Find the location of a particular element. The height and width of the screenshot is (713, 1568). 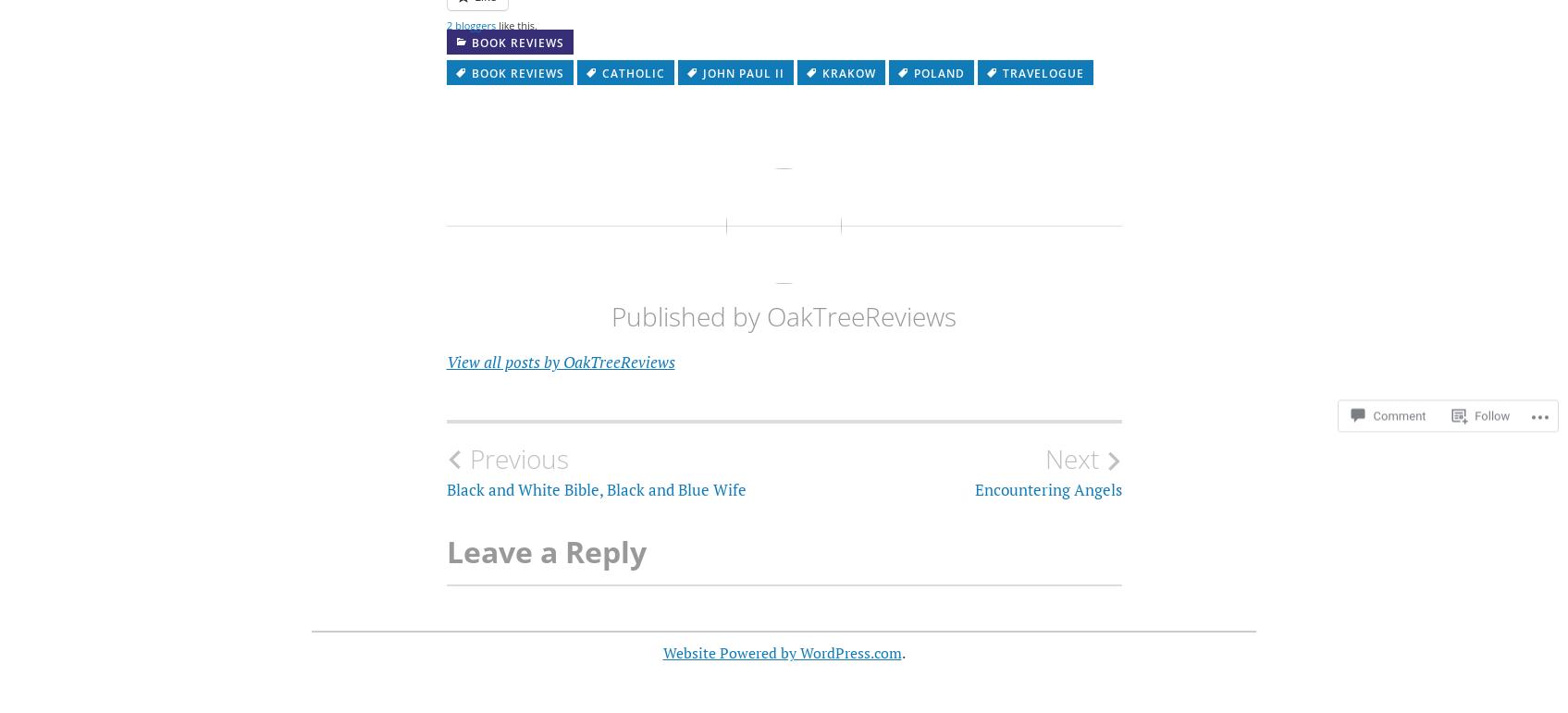

'Catholic' is located at coordinates (632, 73).